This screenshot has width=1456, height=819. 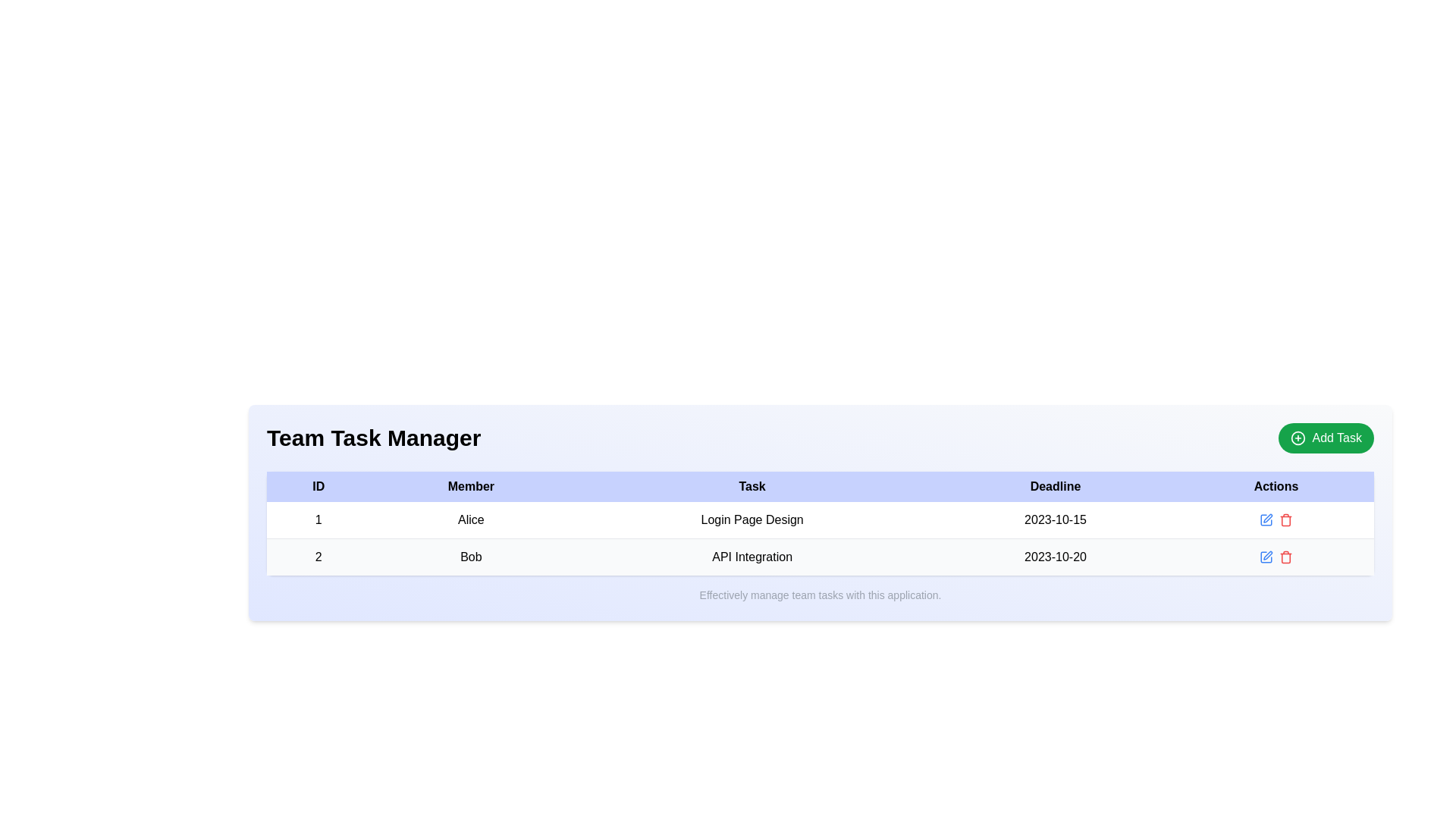 I want to click on the text display field indicating the deadline of the associated task in the 'Team Task Manager' table, located in the fourth column of the first row, to the right of the 'Login Page Design' task field, so click(x=1055, y=519).